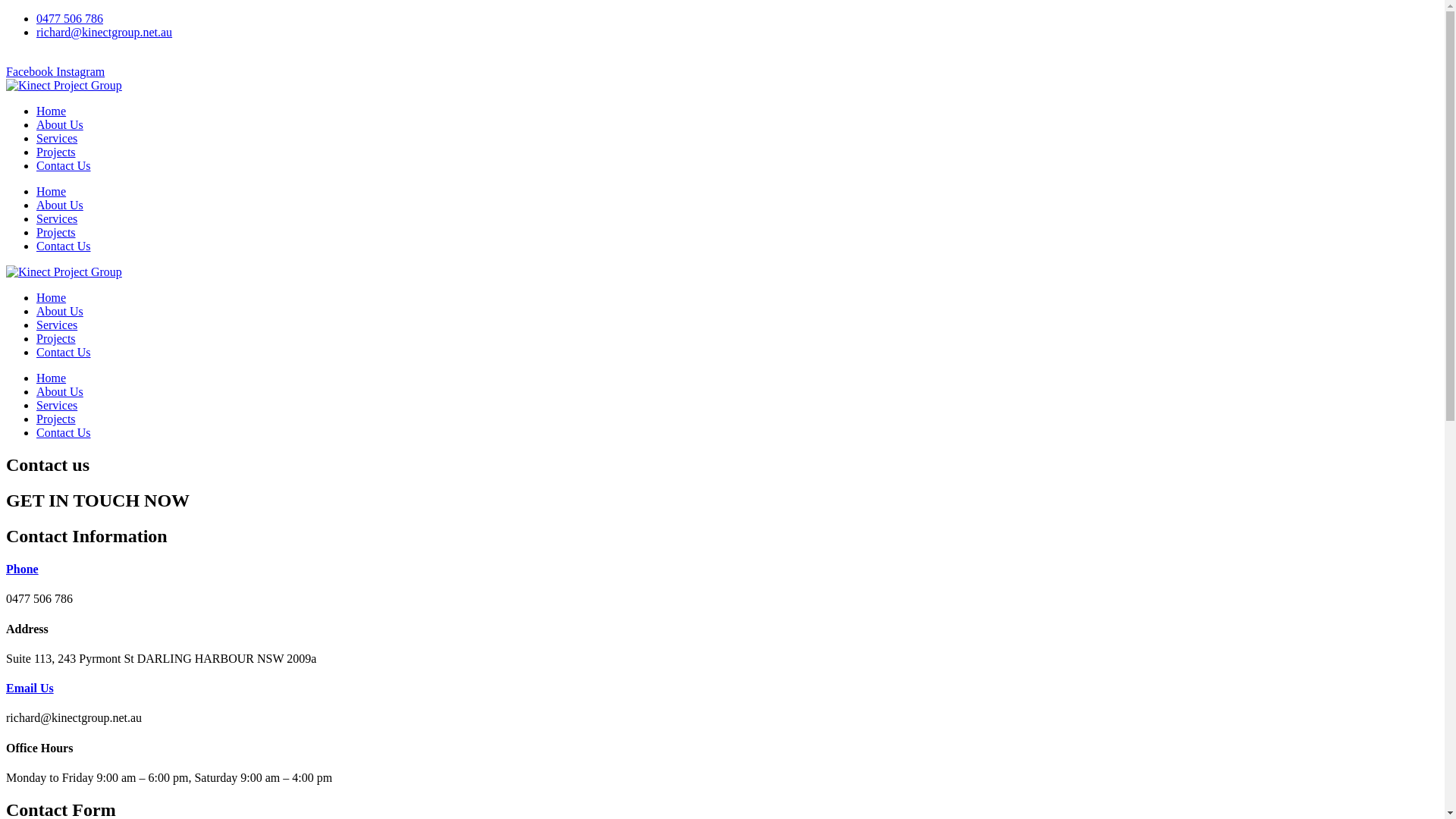  What do you see at coordinates (36, 337) in the screenshot?
I see `'Projects'` at bounding box center [36, 337].